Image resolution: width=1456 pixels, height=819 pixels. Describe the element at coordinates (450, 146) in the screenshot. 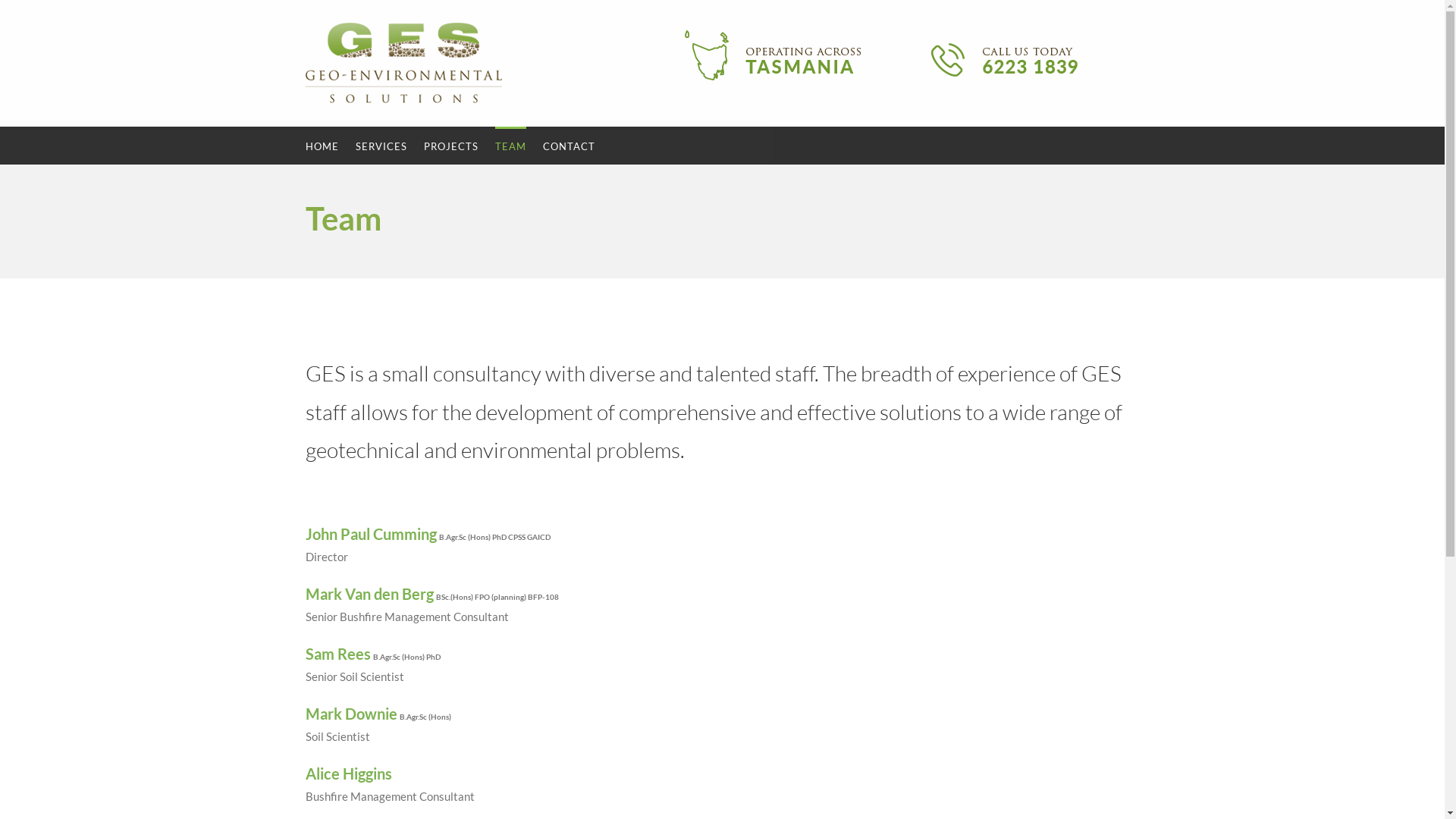

I see `'PROJECTS'` at that location.